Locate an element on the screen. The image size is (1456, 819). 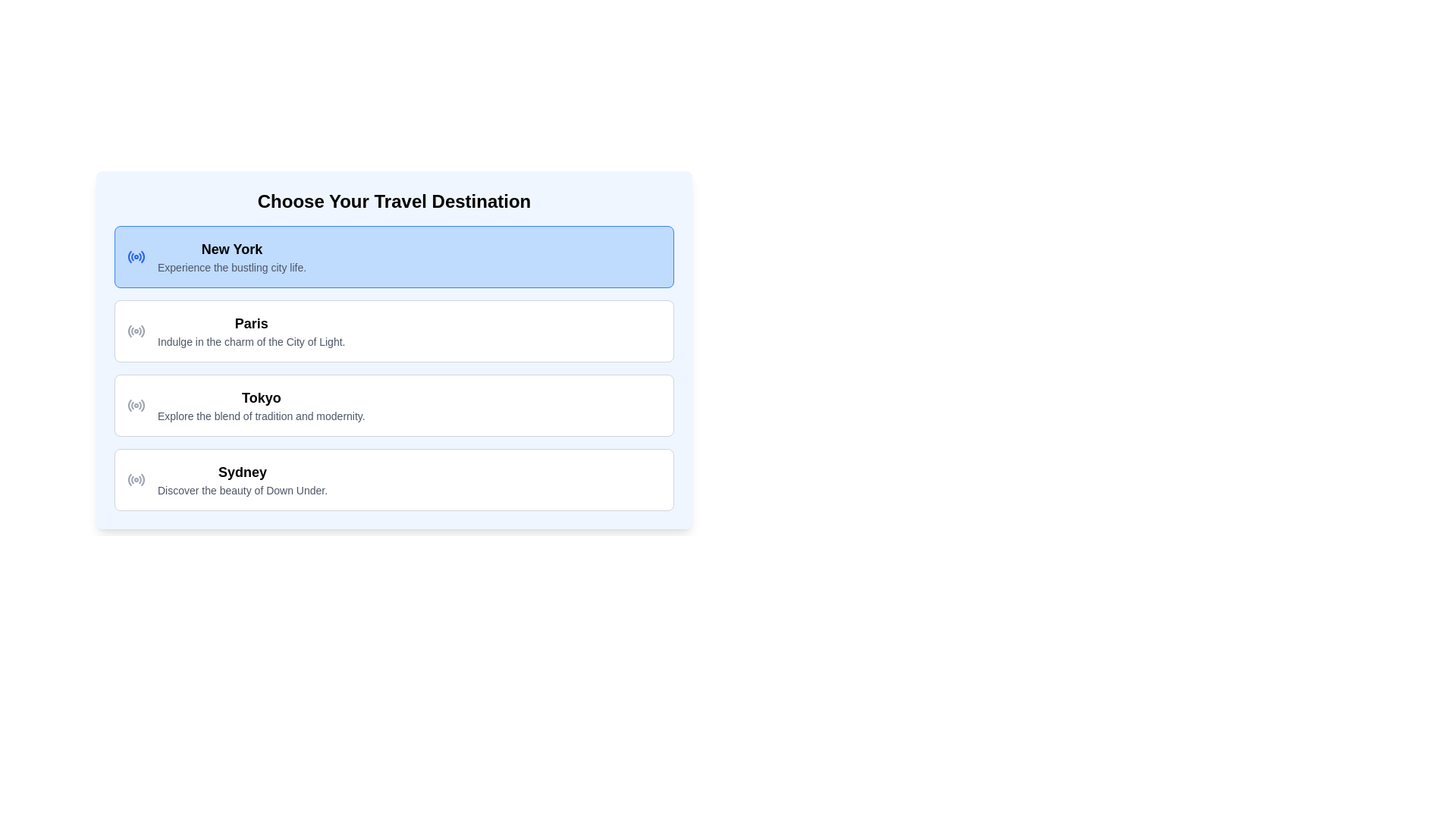
the Textual Display Block that provides information about the destination 'Sydney', located as the last item in a vertically stacked list of content cards is located at coordinates (243, 479).